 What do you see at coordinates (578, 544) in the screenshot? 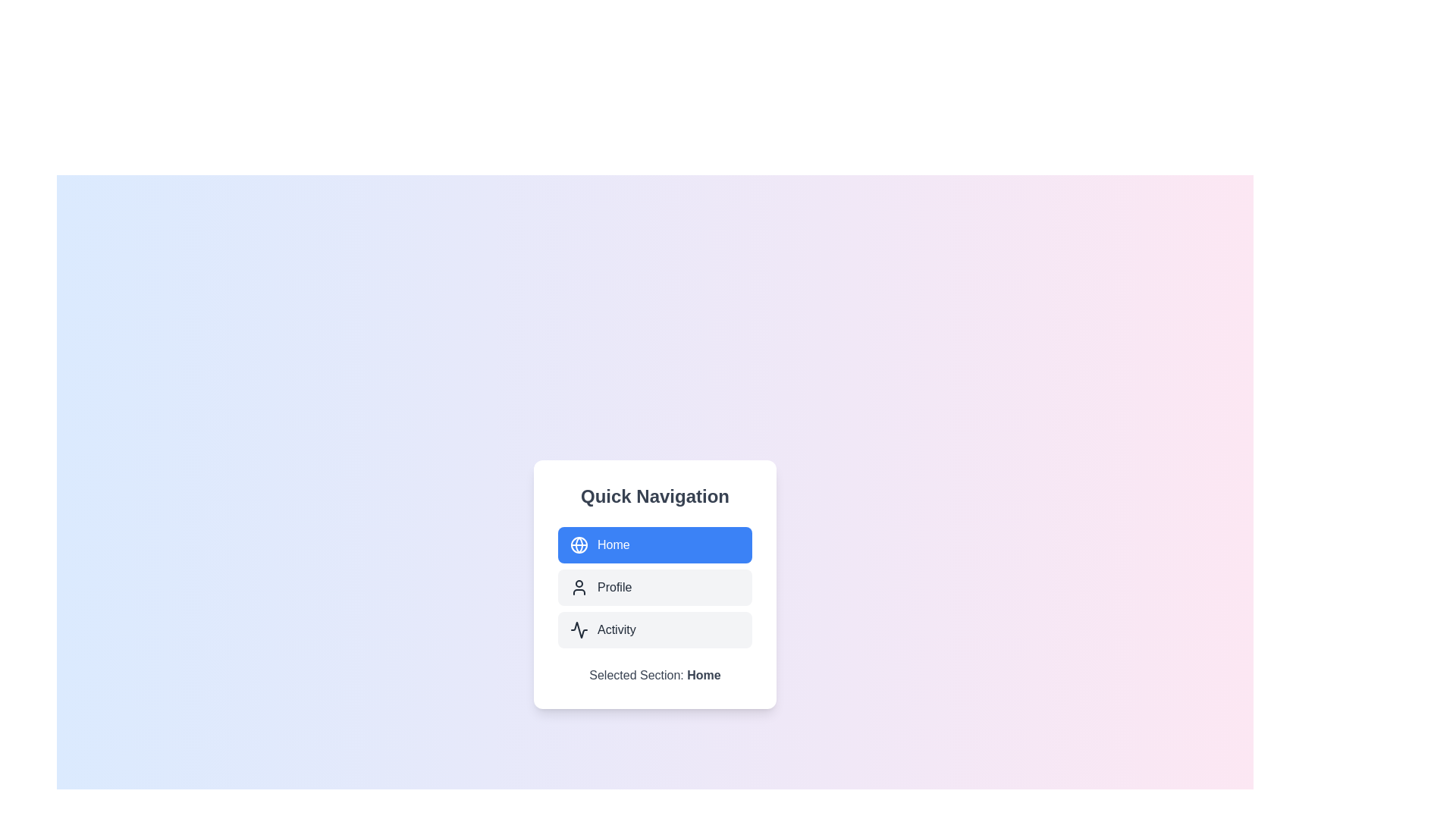
I see `the circular decorative element within the SVG globe icon associated with the 'Home' button in the Quick Navigation section` at bounding box center [578, 544].